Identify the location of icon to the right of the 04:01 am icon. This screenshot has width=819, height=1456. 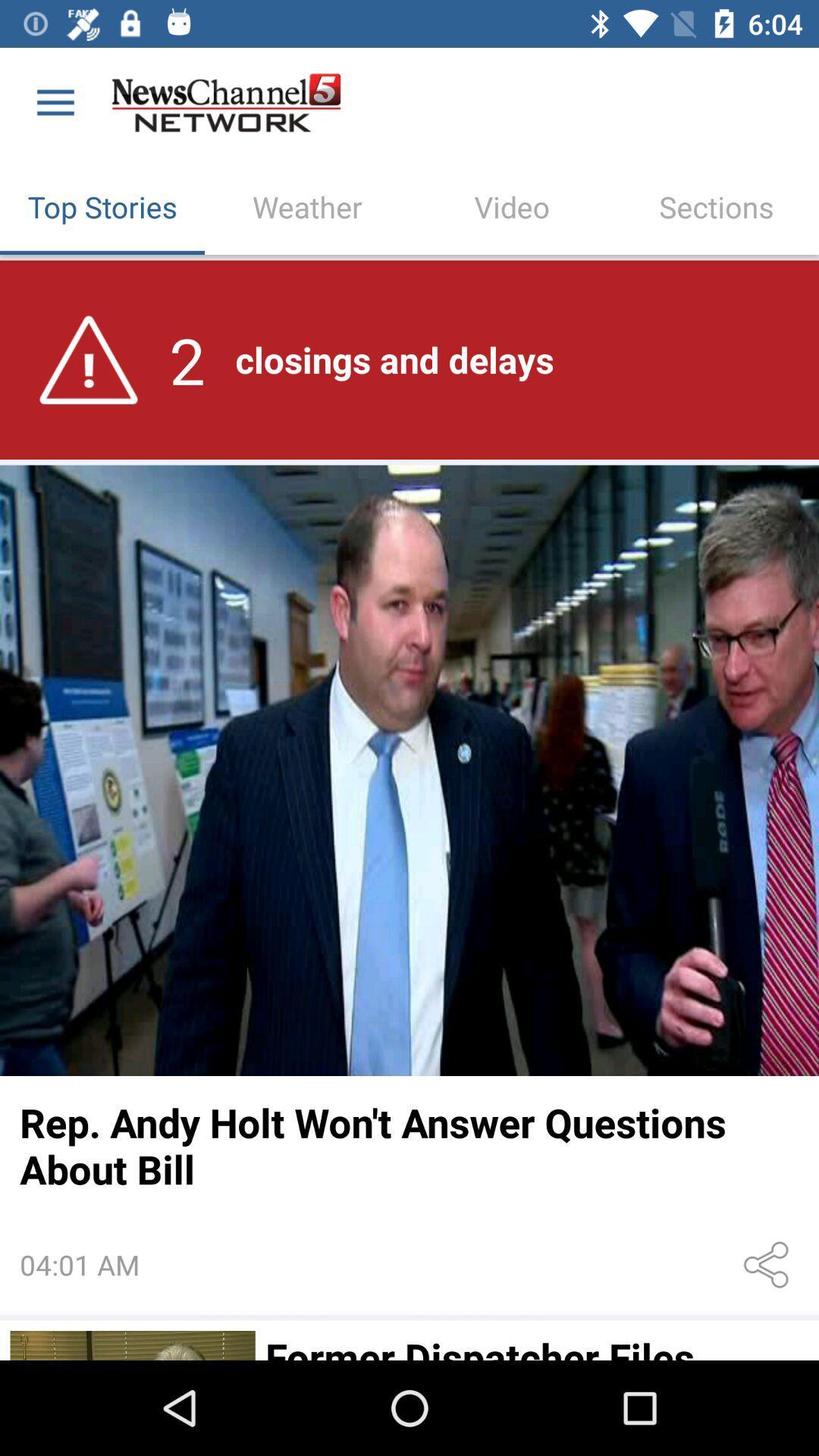
(769, 1265).